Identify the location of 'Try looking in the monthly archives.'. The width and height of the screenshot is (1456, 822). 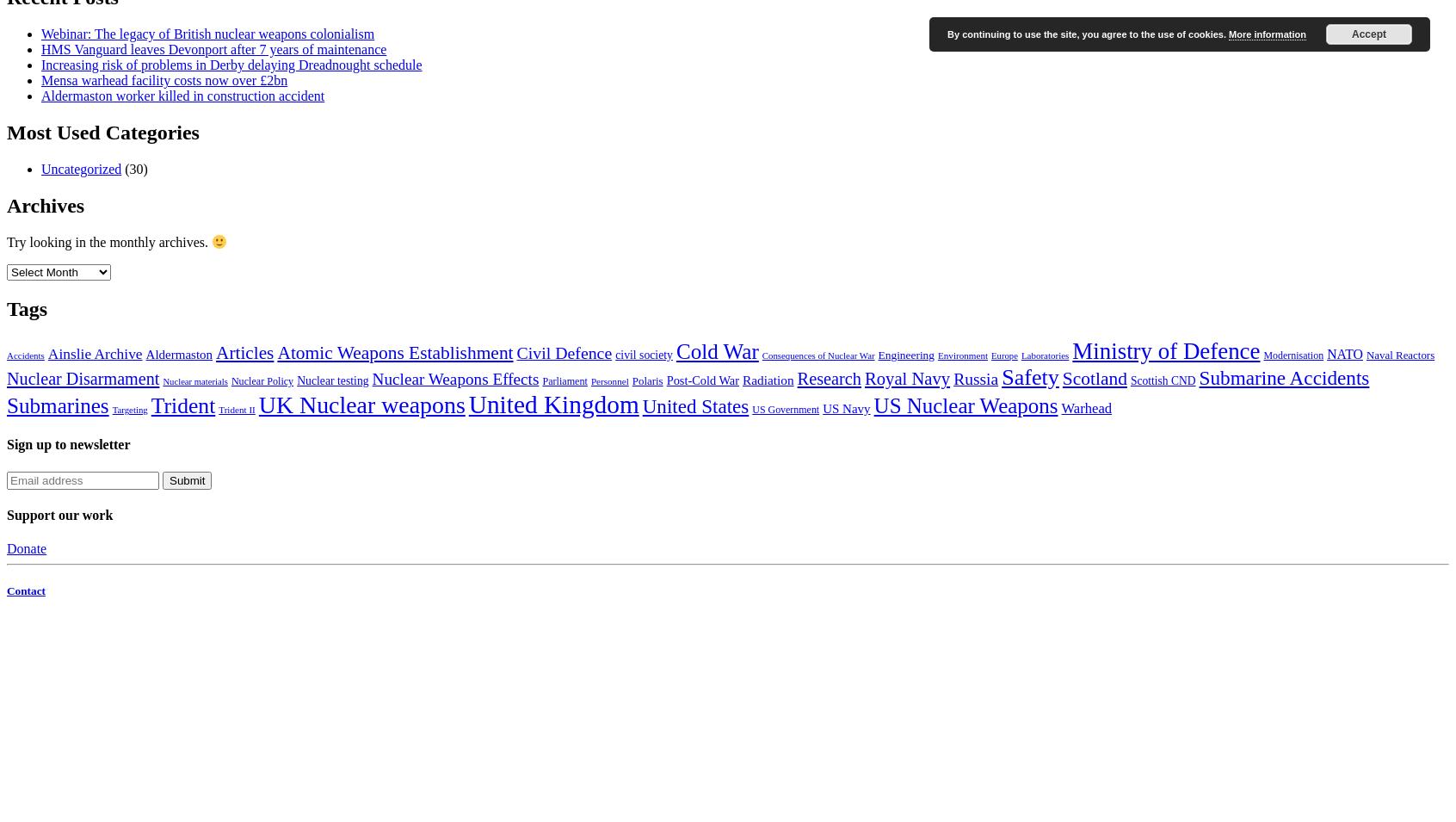
(109, 242).